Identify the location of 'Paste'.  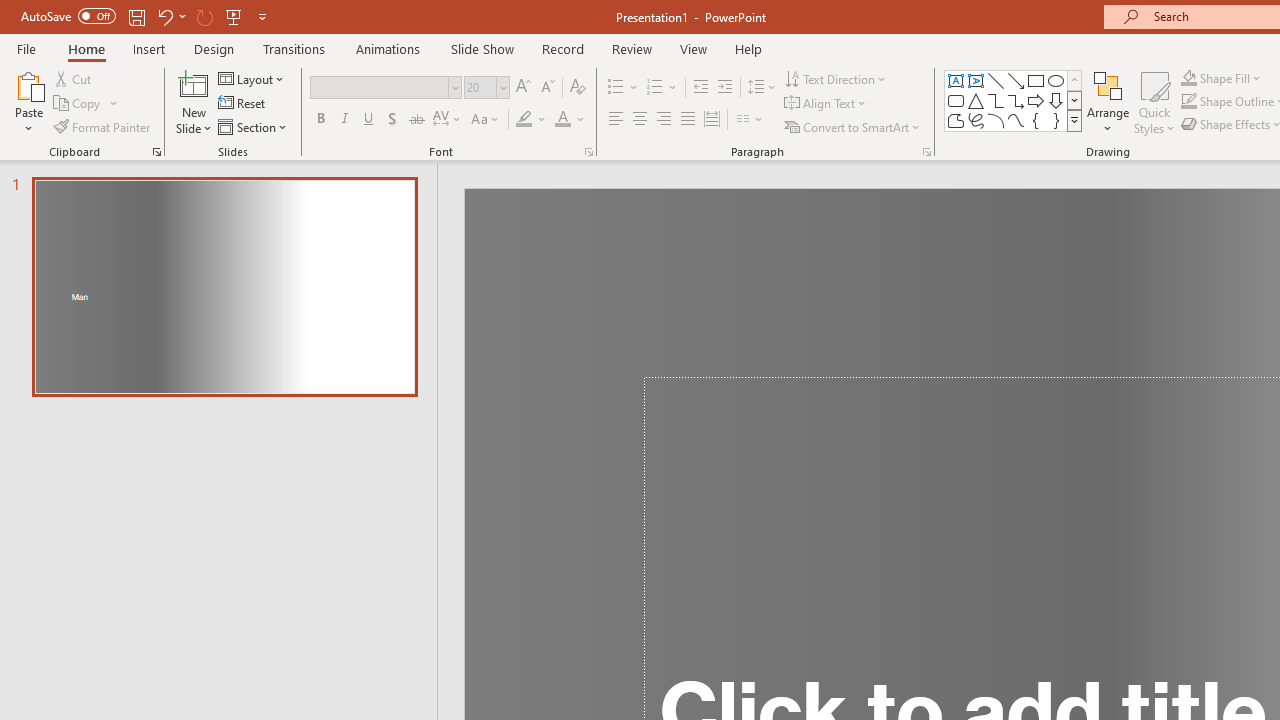
(28, 84).